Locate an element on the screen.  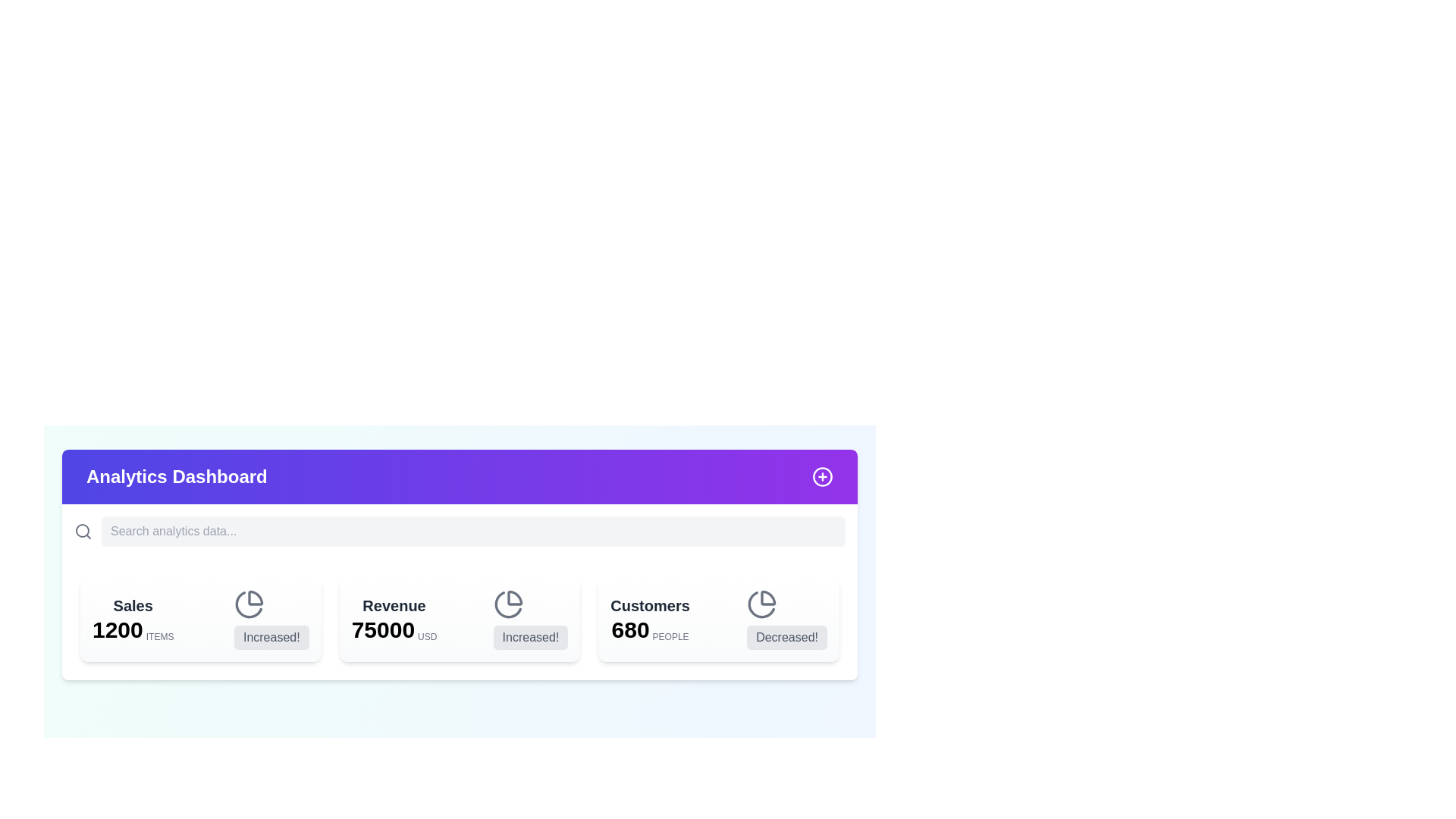
the 'ITEMS' text label, which is styled in medium-weight gray font and positioned next to the numerical value '1200' under the 'Sales' label is located at coordinates (160, 637).